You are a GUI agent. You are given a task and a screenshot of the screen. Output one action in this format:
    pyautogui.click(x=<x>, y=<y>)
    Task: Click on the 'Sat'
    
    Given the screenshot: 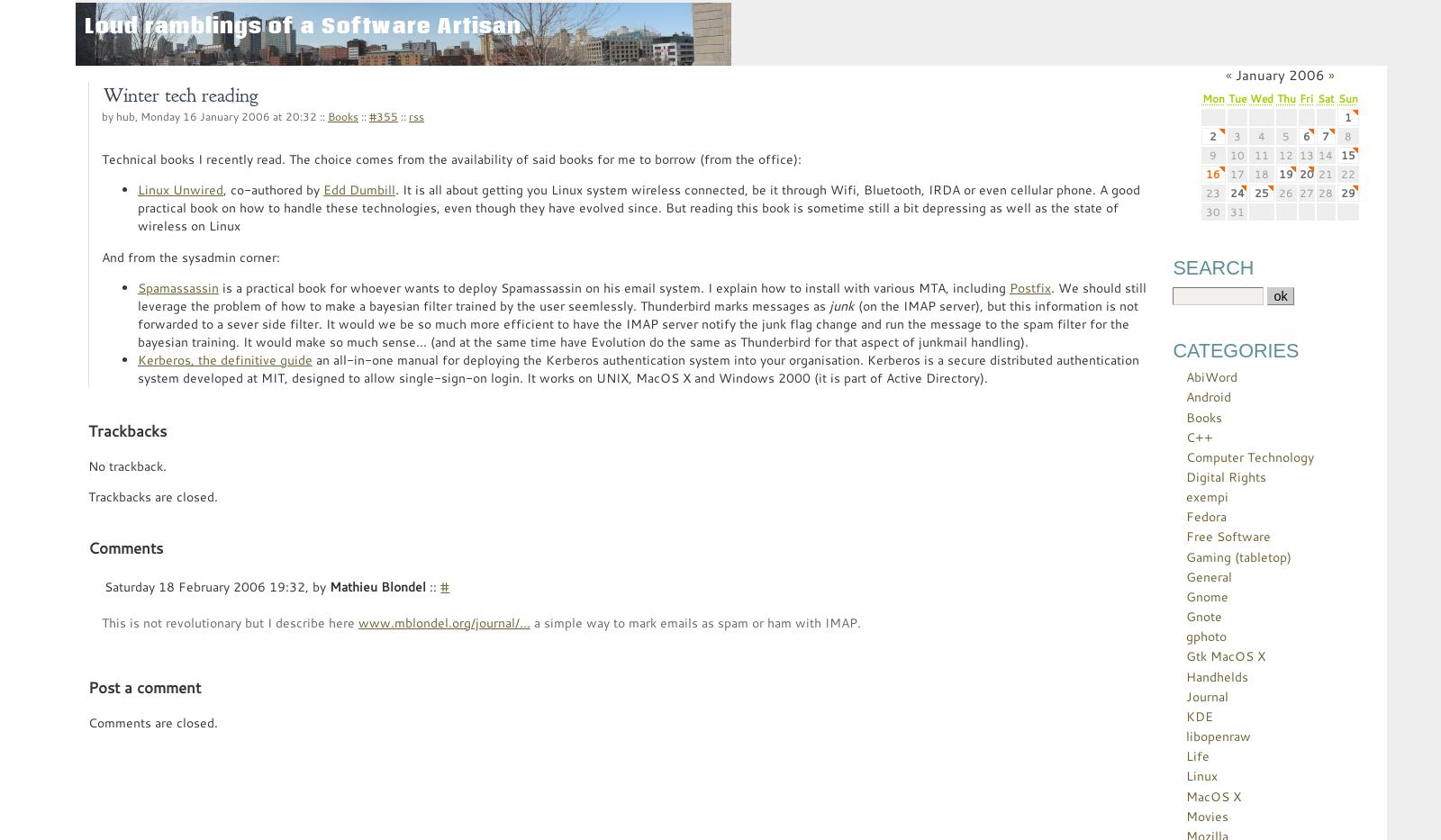 What is the action you would take?
    pyautogui.click(x=1325, y=96)
    